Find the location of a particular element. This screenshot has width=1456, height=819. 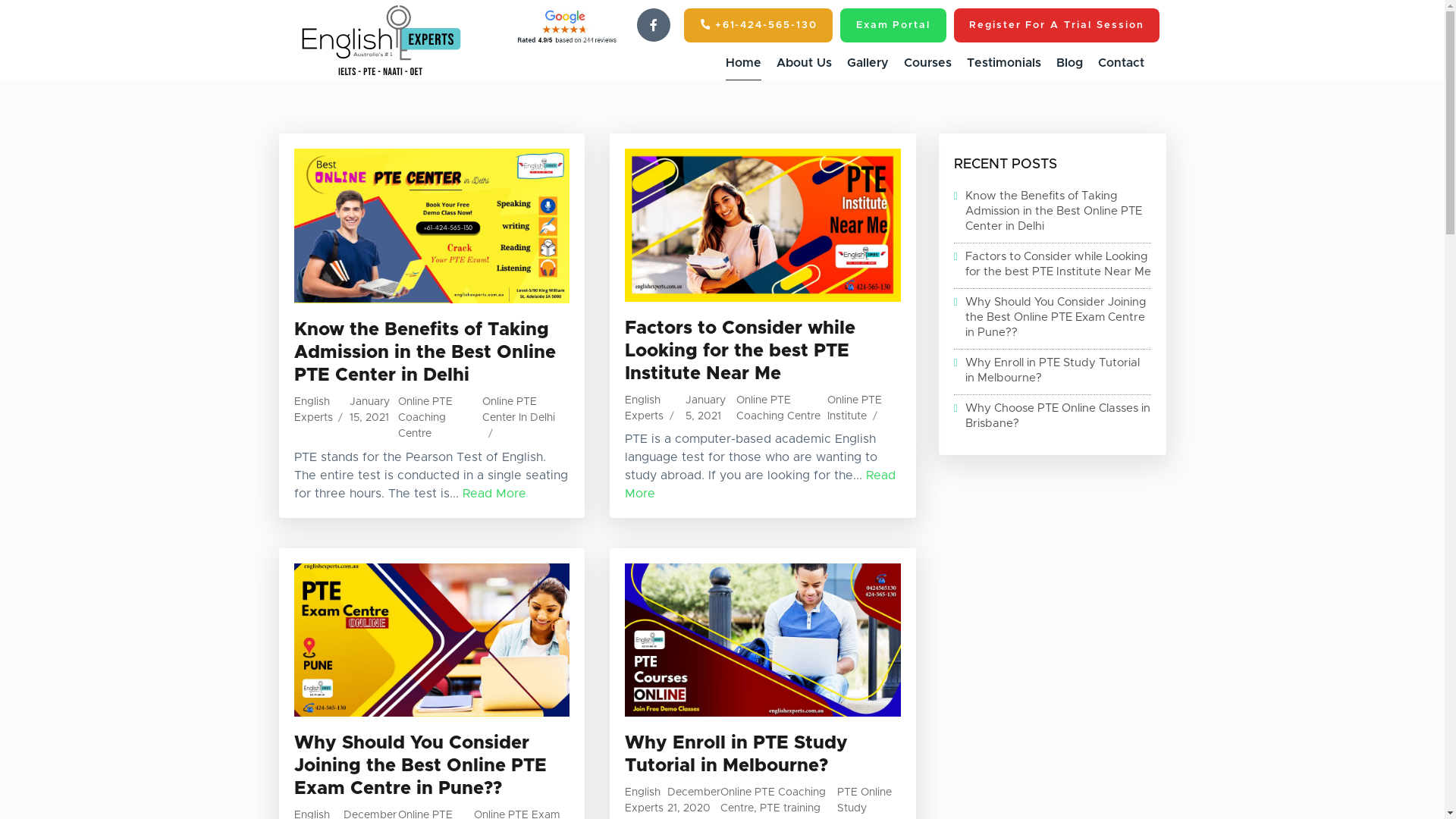

'English Experts' is located at coordinates (625, 407).